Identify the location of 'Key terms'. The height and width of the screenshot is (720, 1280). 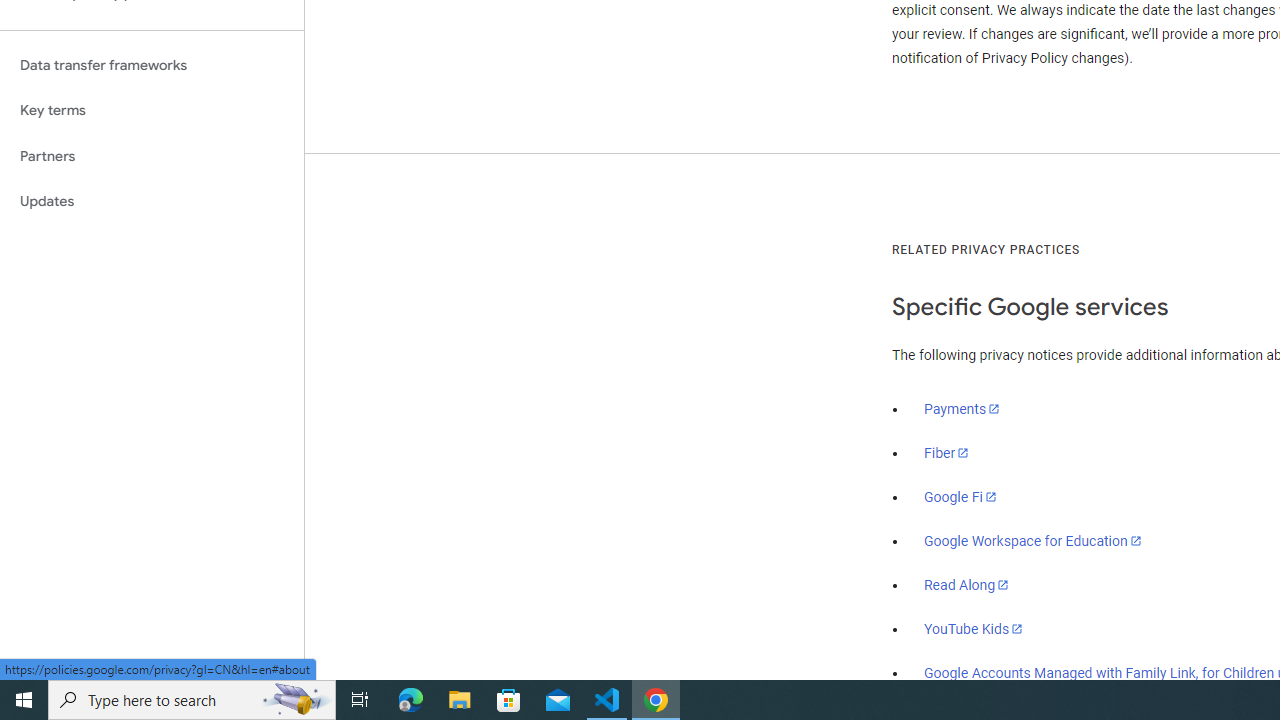
(151, 110).